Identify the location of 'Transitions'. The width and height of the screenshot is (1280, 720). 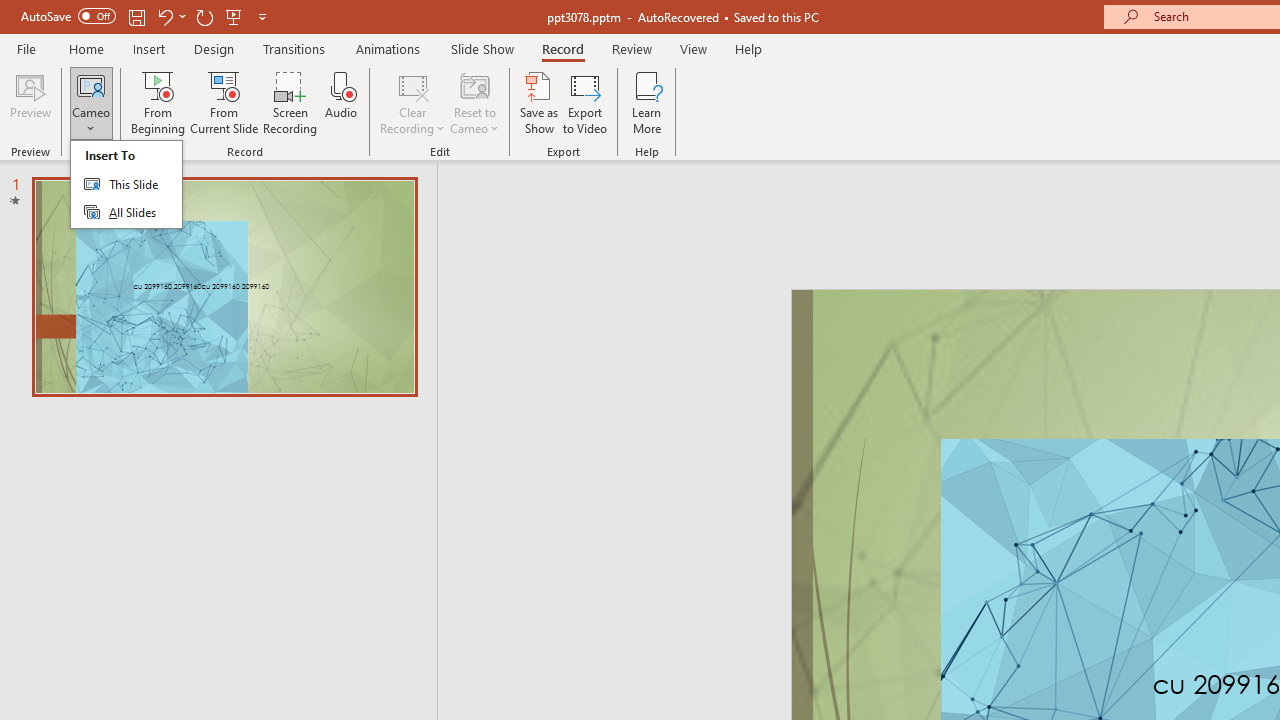
(294, 48).